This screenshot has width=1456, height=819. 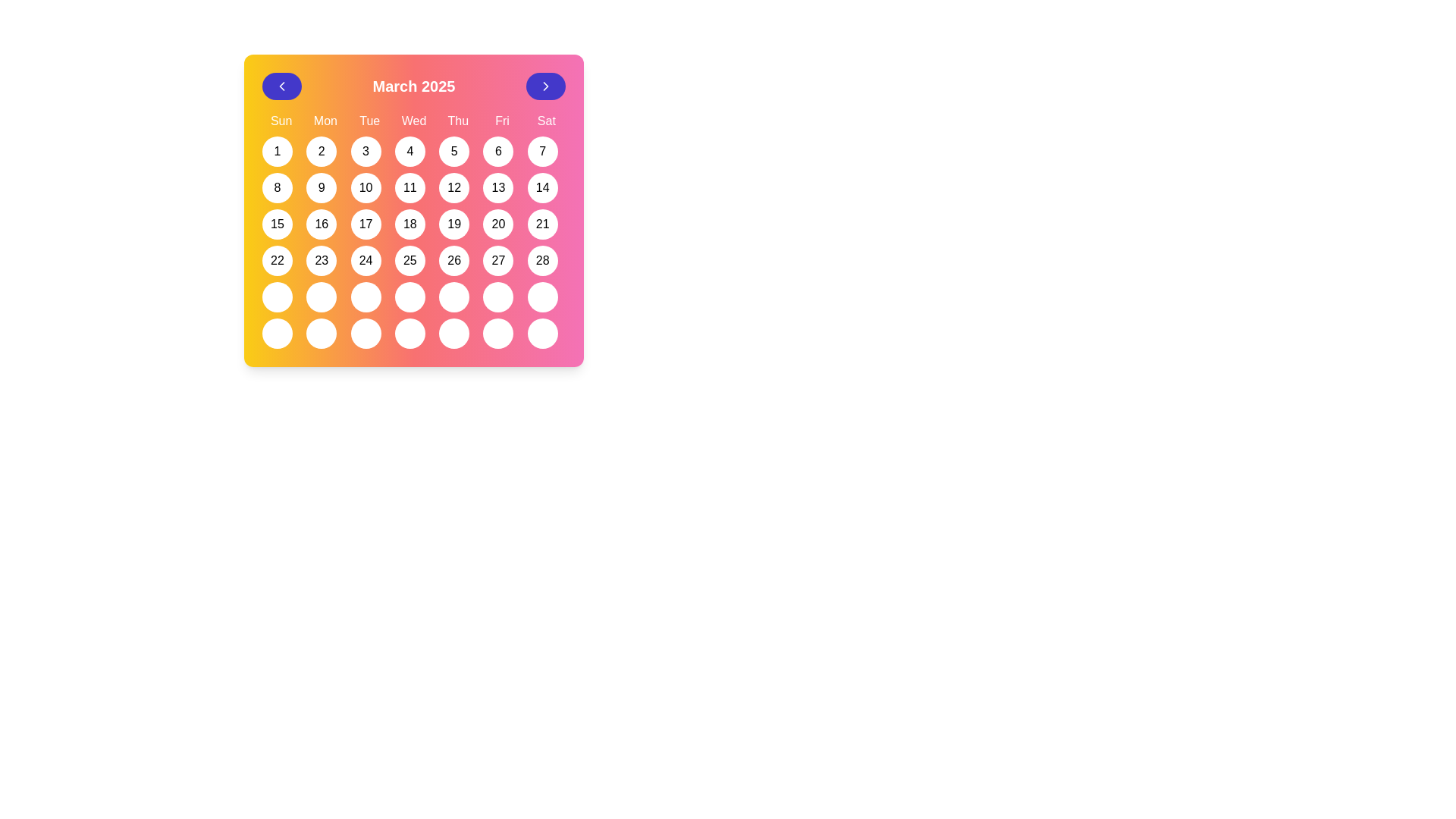 What do you see at coordinates (282, 86) in the screenshot?
I see `the button located to the left of the 'March 2025' text in the header section of the calendar interface` at bounding box center [282, 86].